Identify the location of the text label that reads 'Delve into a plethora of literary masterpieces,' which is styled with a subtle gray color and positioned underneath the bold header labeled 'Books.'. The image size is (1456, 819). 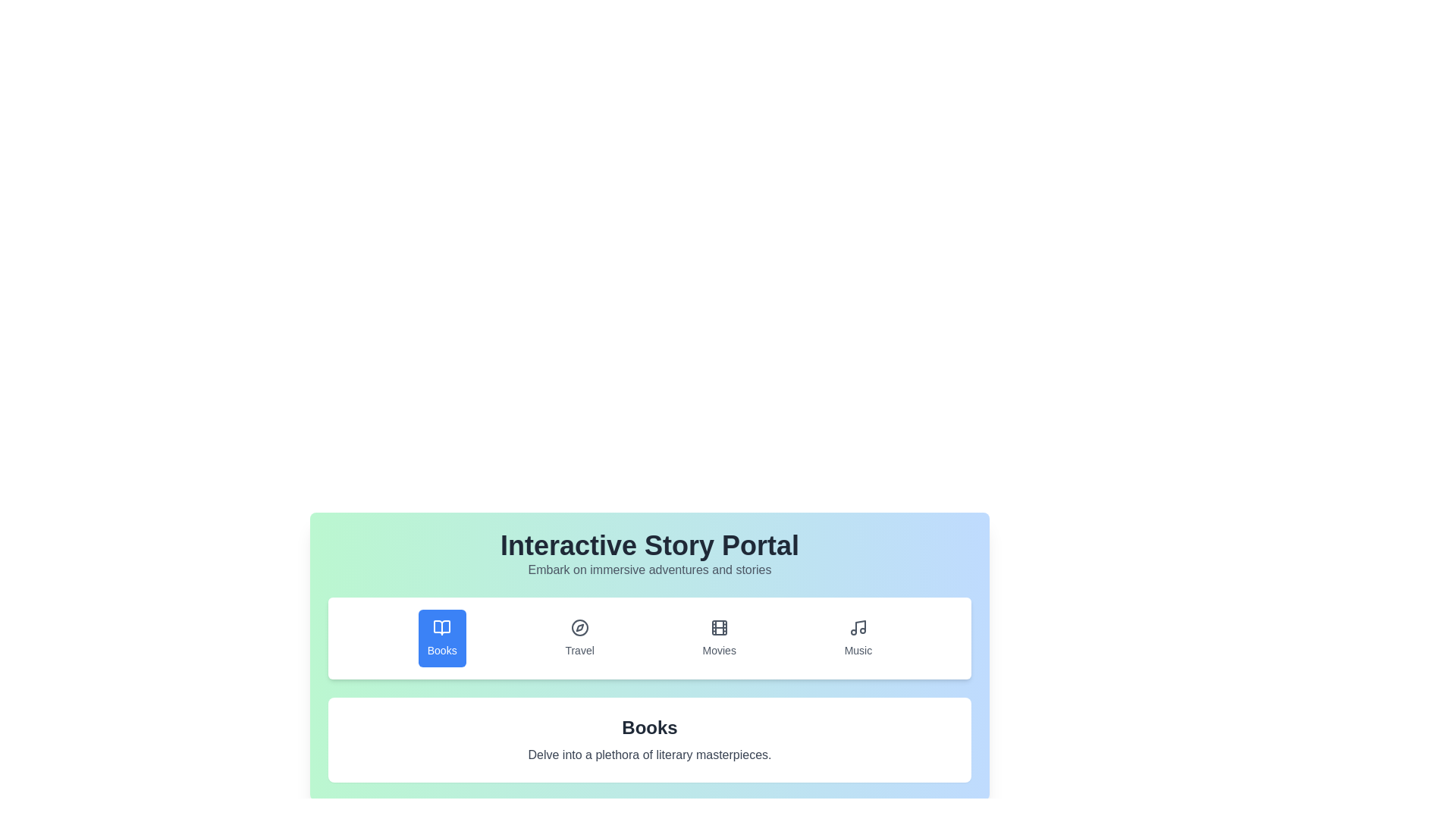
(650, 755).